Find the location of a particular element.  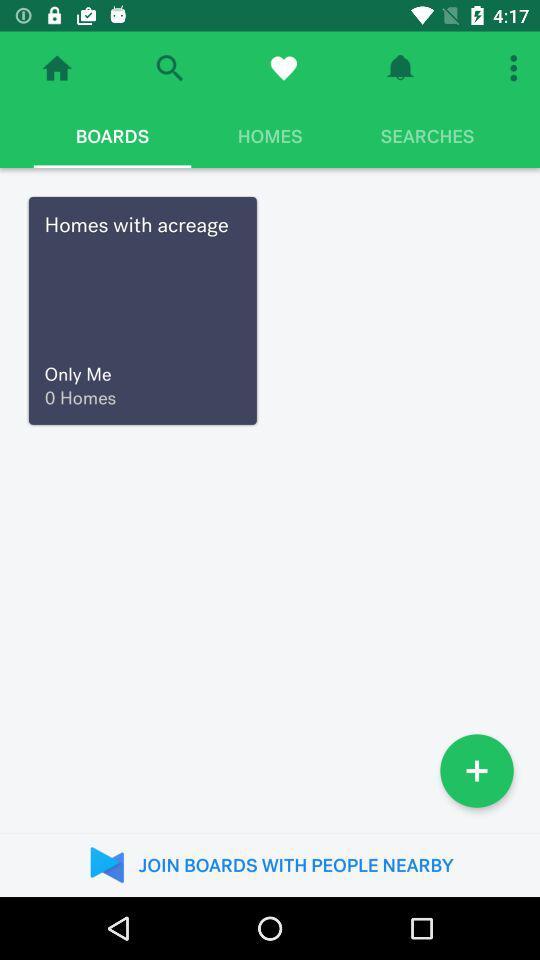

the searches item is located at coordinates (426, 135).